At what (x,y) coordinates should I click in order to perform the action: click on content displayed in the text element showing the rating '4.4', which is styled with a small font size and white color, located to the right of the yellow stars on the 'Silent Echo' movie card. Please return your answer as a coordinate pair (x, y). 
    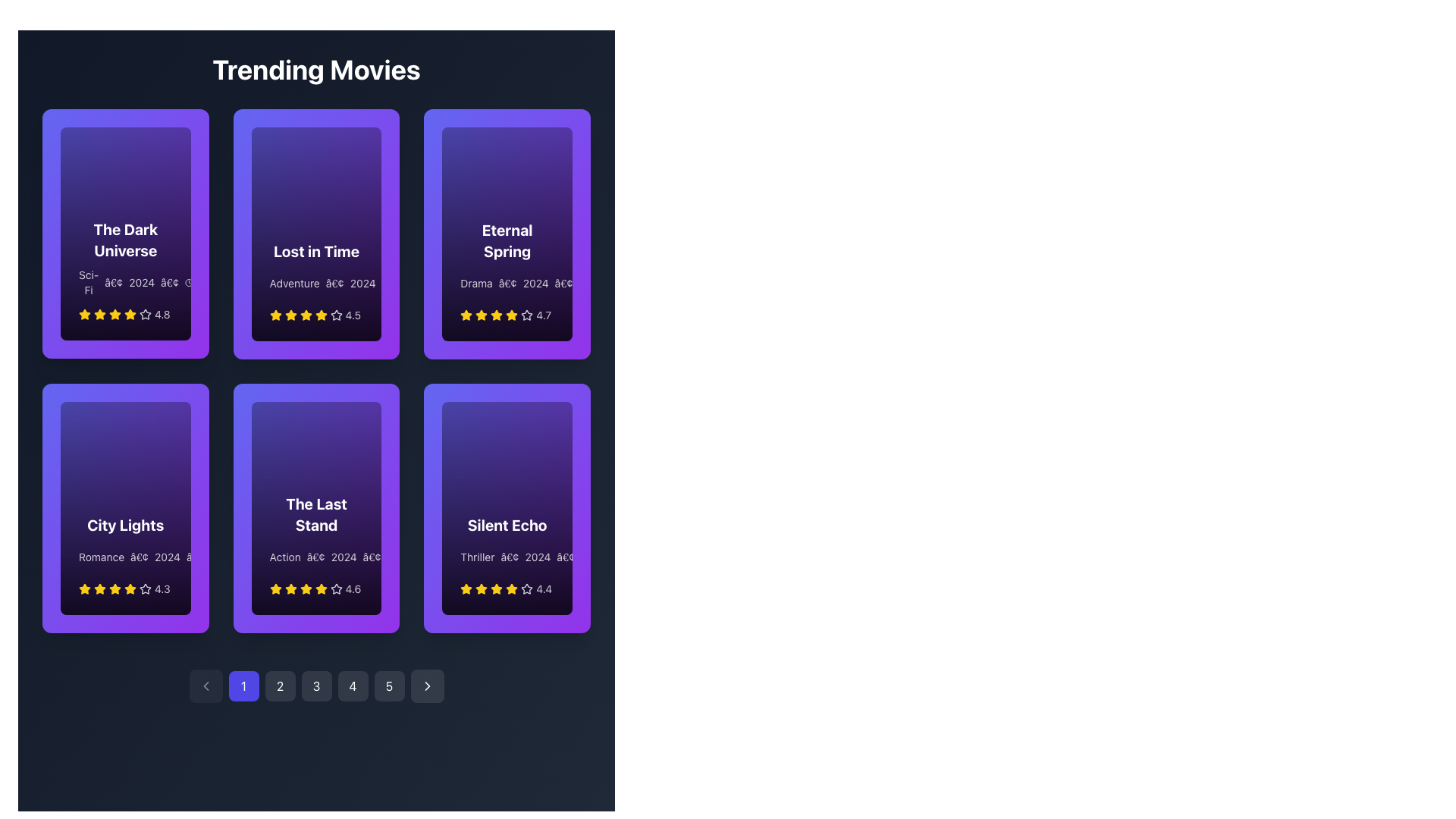
    Looking at the image, I should click on (544, 588).